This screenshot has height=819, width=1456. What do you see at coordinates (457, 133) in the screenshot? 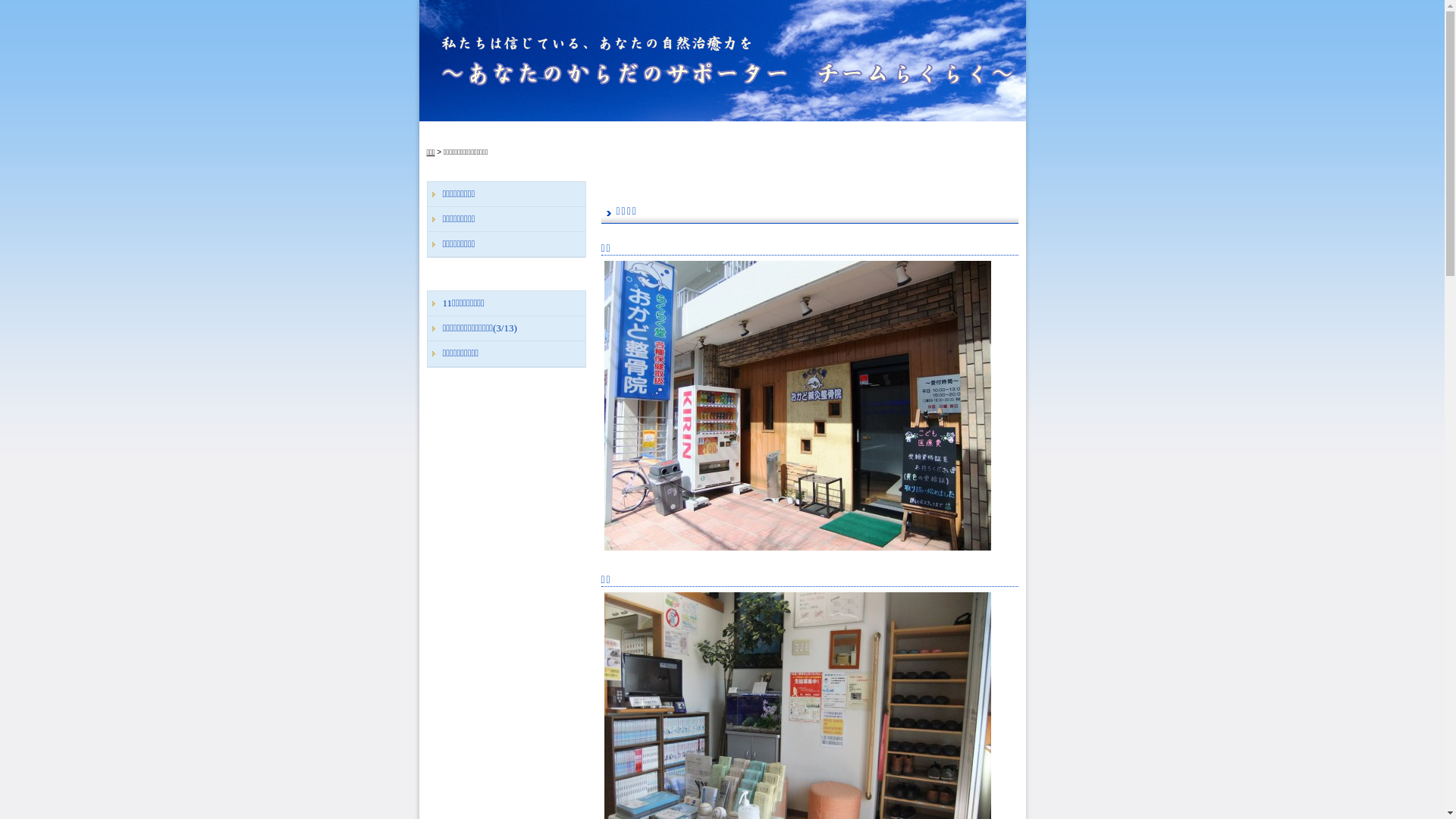
I see `'TOP'` at bounding box center [457, 133].